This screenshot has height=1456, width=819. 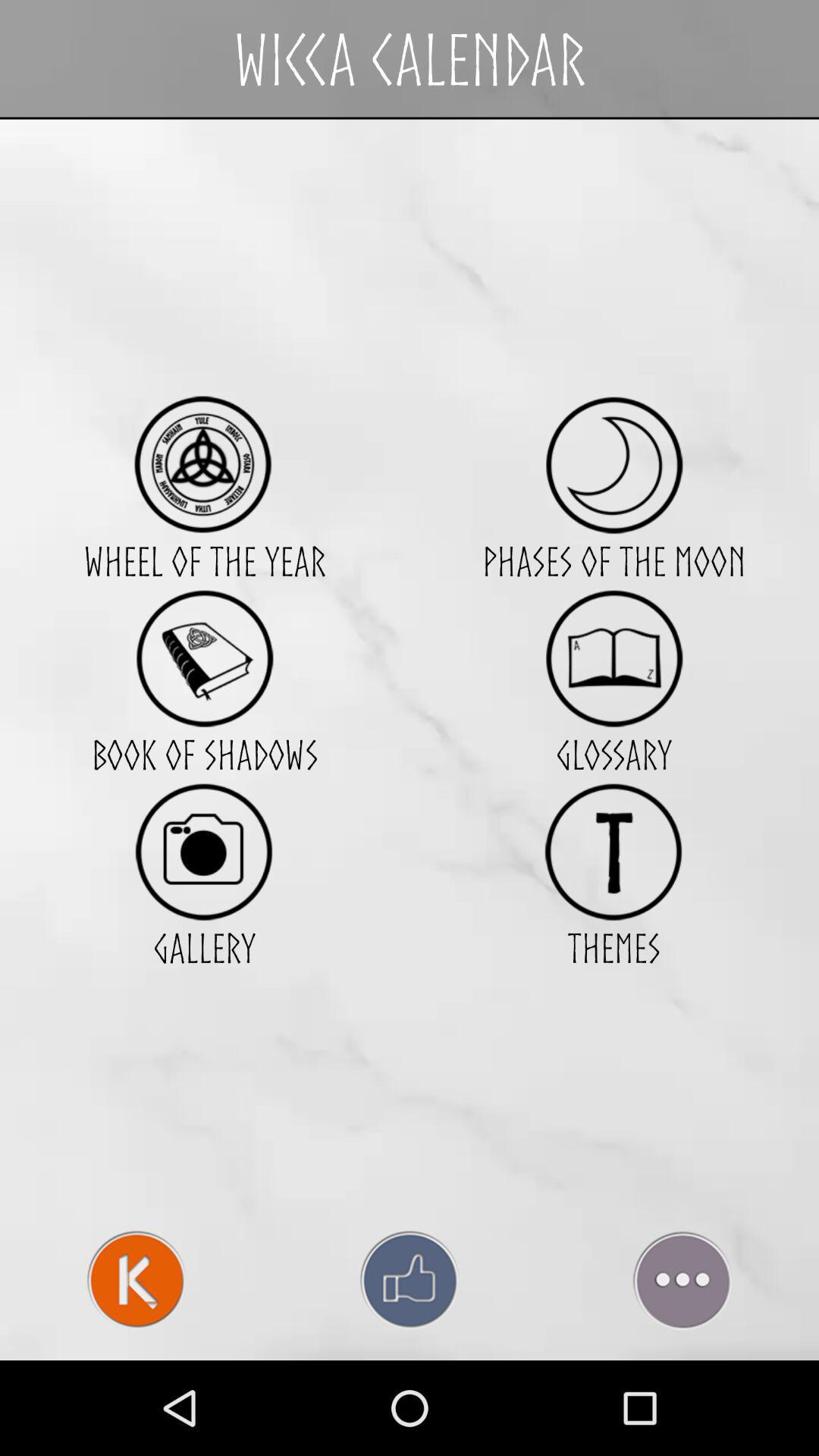 What do you see at coordinates (203, 658) in the screenshot?
I see `icon below the wheel of the` at bounding box center [203, 658].